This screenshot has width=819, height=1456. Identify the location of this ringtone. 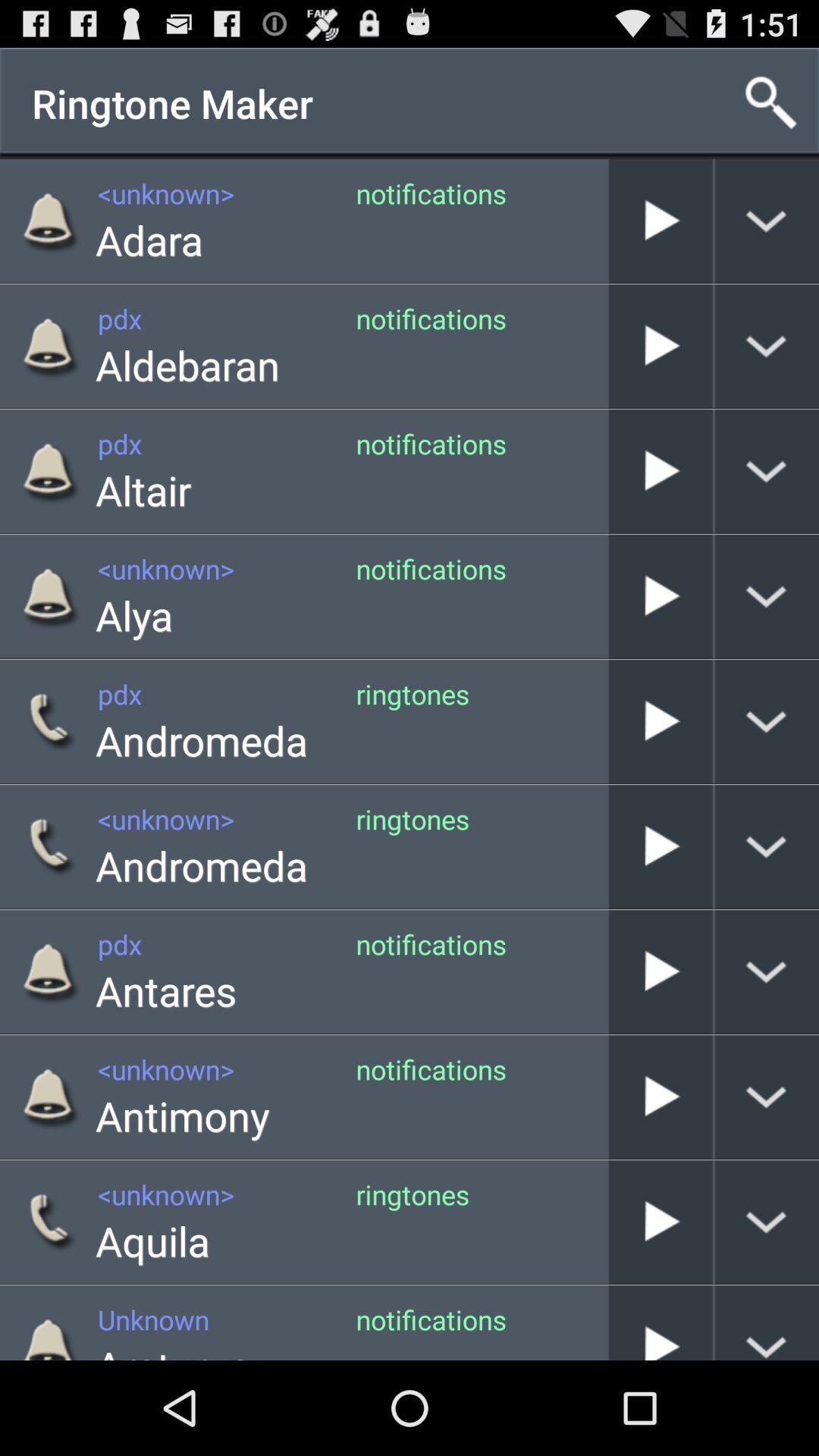
(660, 720).